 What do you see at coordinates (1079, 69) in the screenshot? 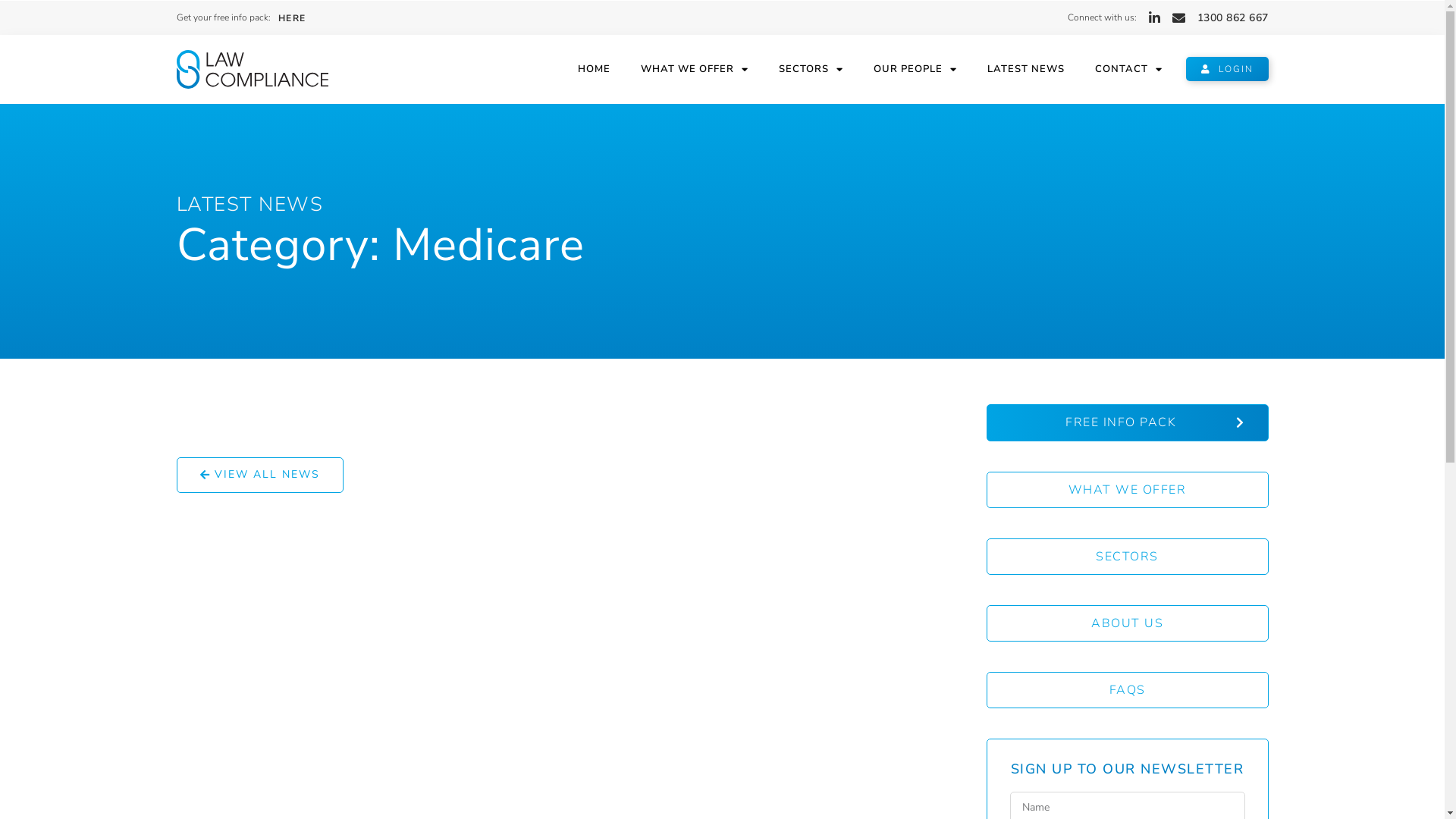
I see `'CONTACT'` at bounding box center [1079, 69].